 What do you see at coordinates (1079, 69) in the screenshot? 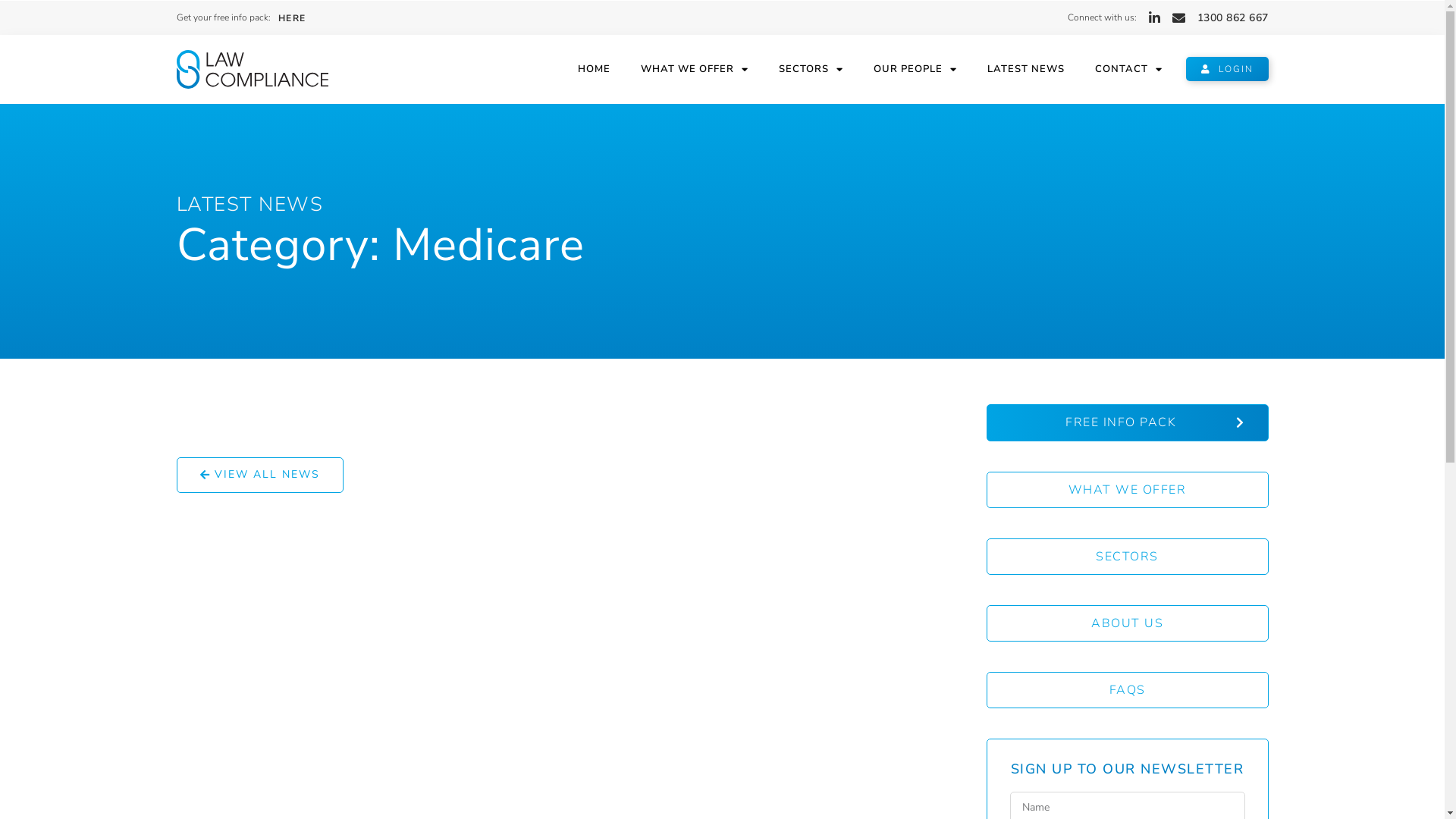
I see `'CONTACT'` at bounding box center [1079, 69].